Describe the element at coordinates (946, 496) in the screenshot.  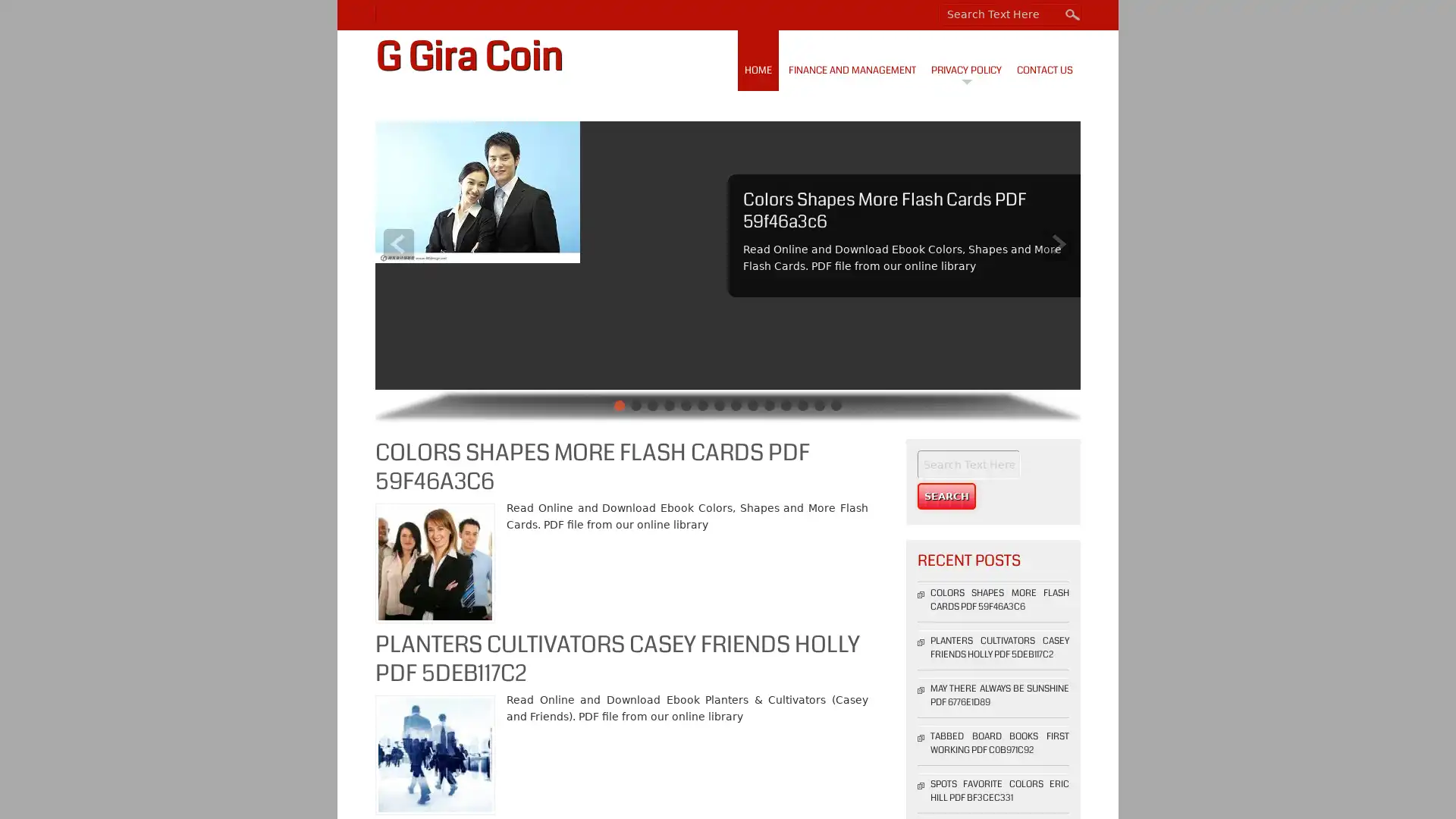
I see `Search` at that location.